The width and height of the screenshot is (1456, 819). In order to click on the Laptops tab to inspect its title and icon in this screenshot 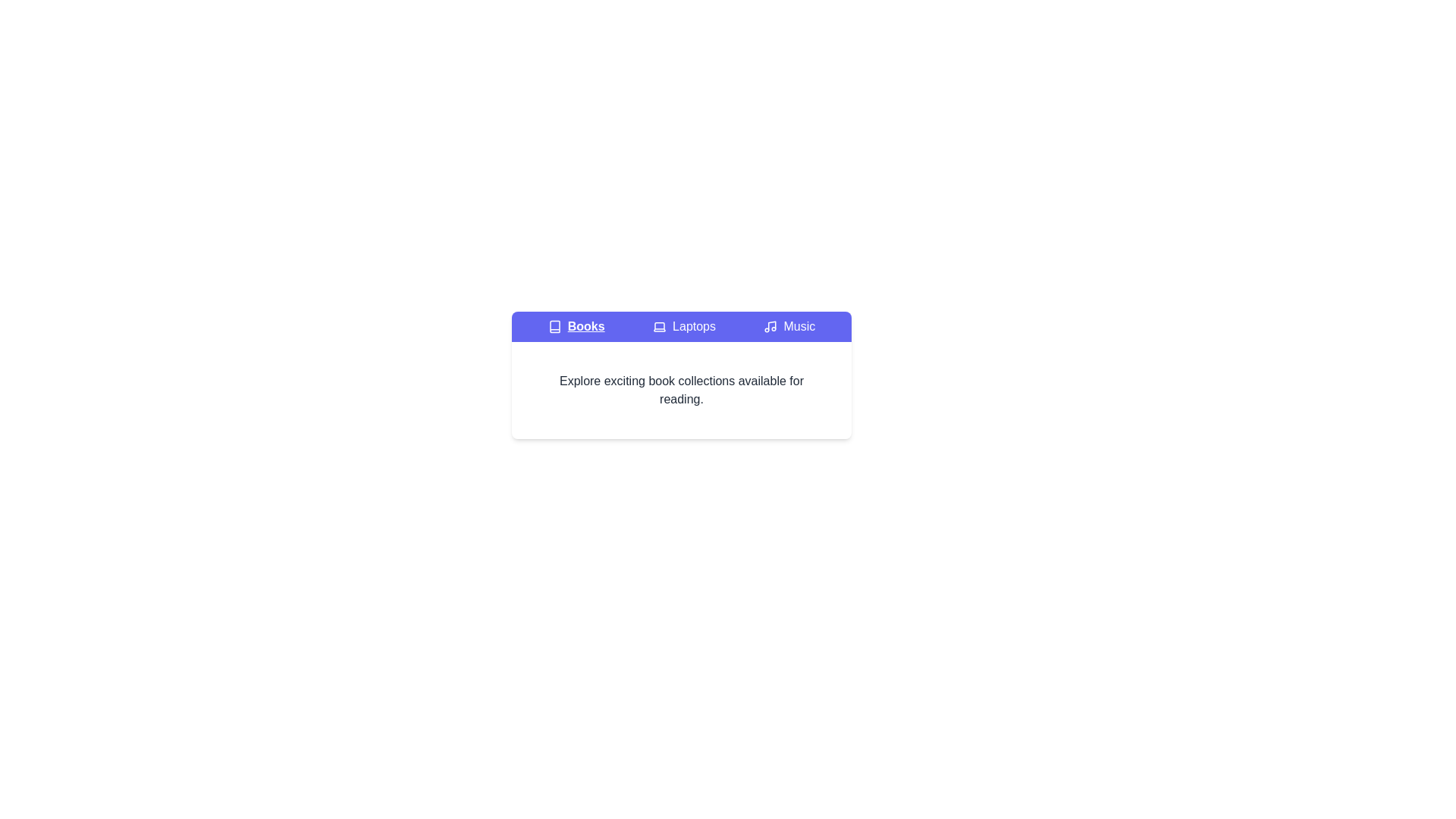, I will do `click(683, 326)`.